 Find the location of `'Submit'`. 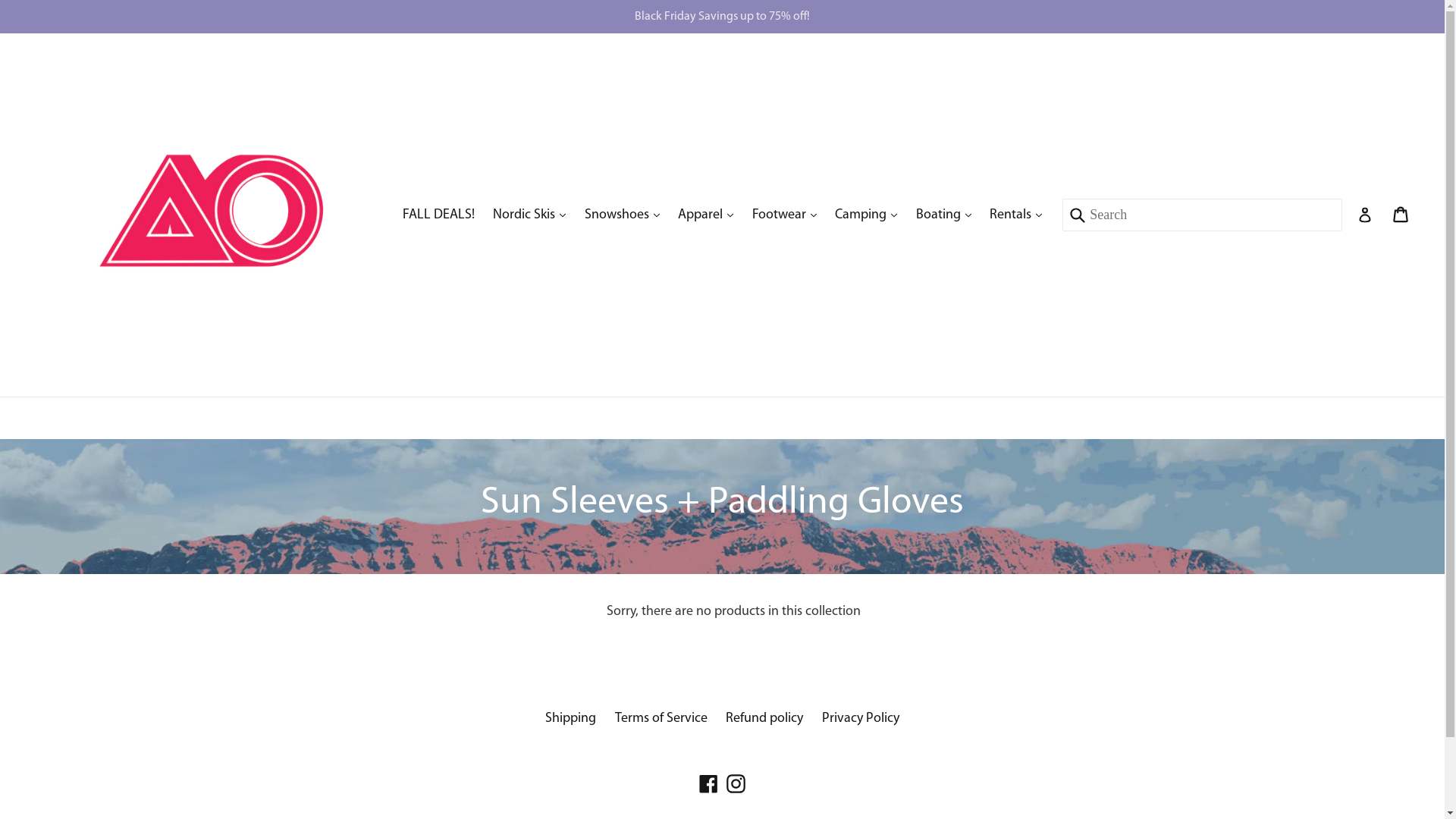

'Submit' is located at coordinates (1074, 215).